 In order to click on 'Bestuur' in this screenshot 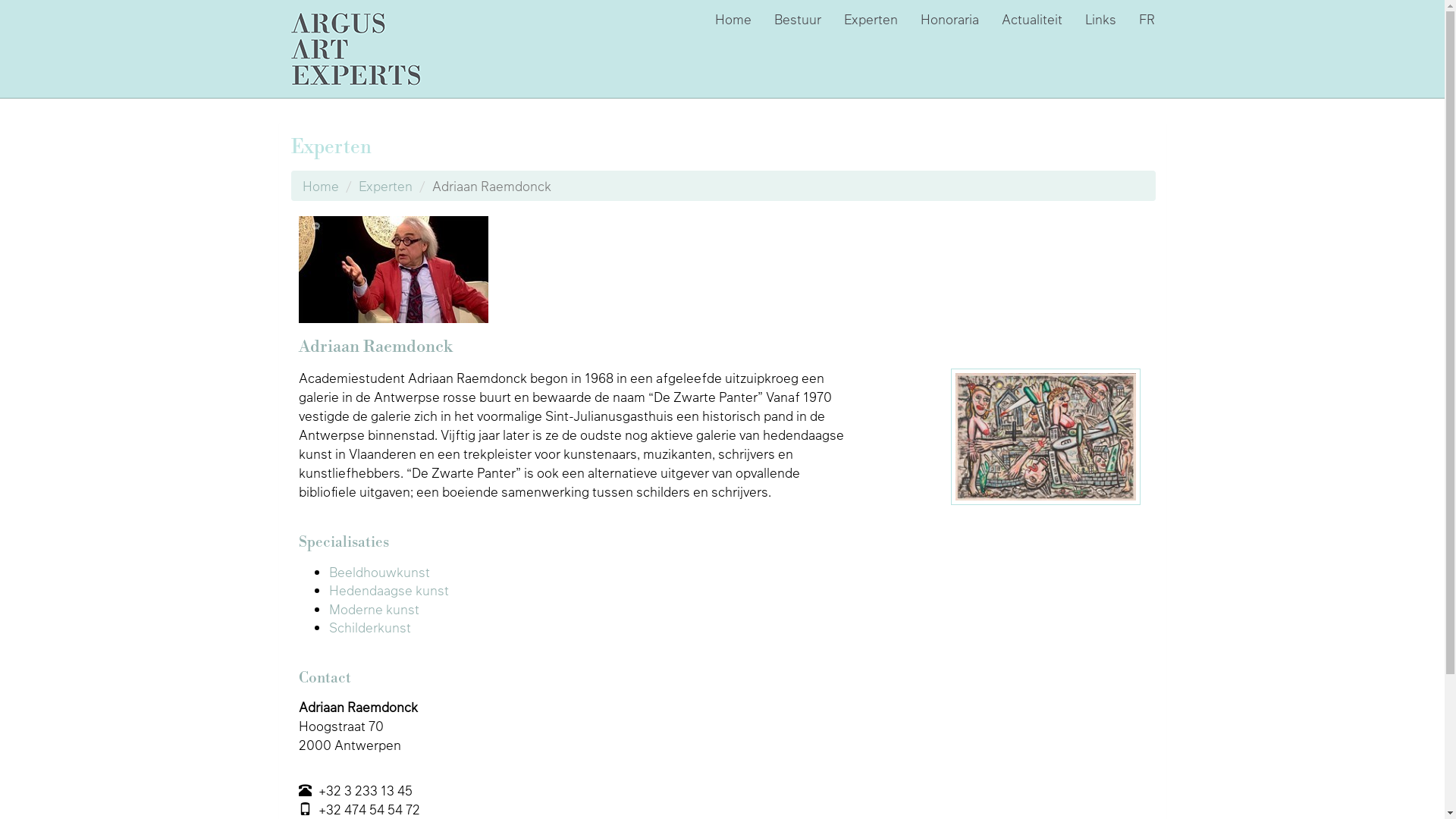, I will do `click(796, 18)`.